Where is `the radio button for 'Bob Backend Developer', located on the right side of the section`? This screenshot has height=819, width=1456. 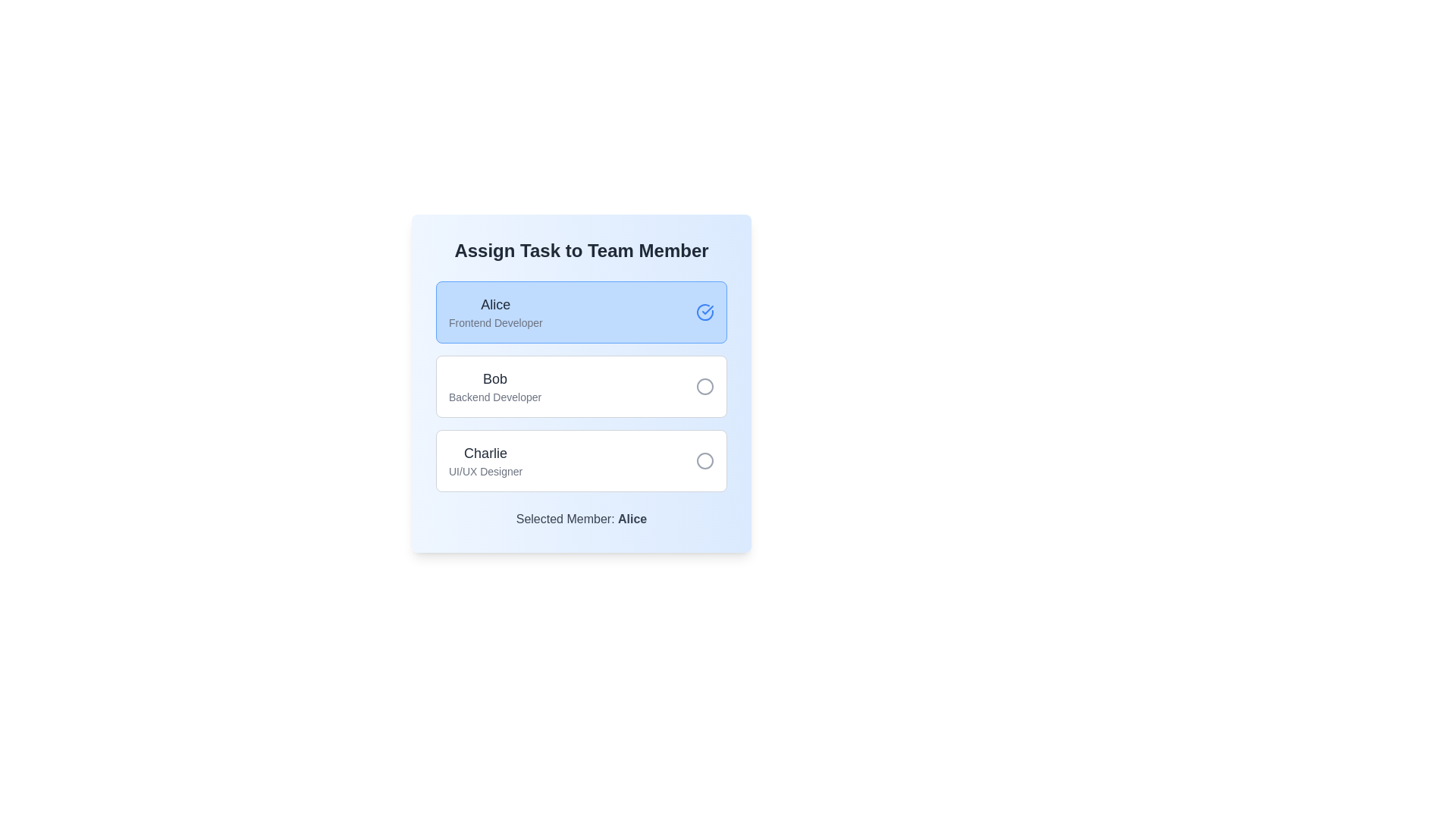
the radio button for 'Bob Backend Developer', located on the right side of the section is located at coordinates (704, 385).